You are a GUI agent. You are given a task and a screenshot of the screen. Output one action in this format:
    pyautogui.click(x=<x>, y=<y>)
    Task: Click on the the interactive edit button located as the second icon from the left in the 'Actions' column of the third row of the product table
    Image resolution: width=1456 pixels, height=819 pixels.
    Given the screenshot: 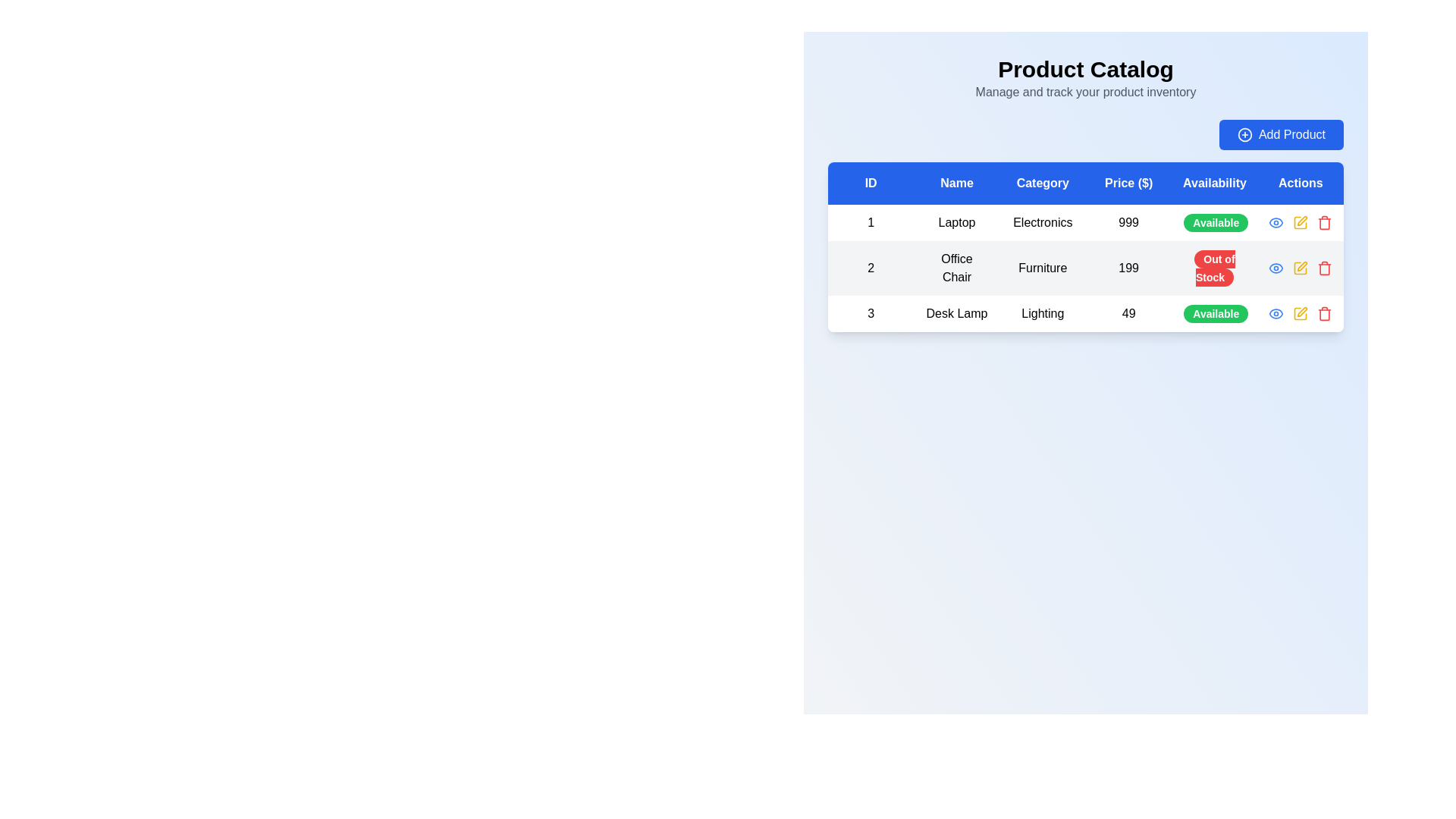 What is the action you would take?
    pyautogui.click(x=1300, y=312)
    